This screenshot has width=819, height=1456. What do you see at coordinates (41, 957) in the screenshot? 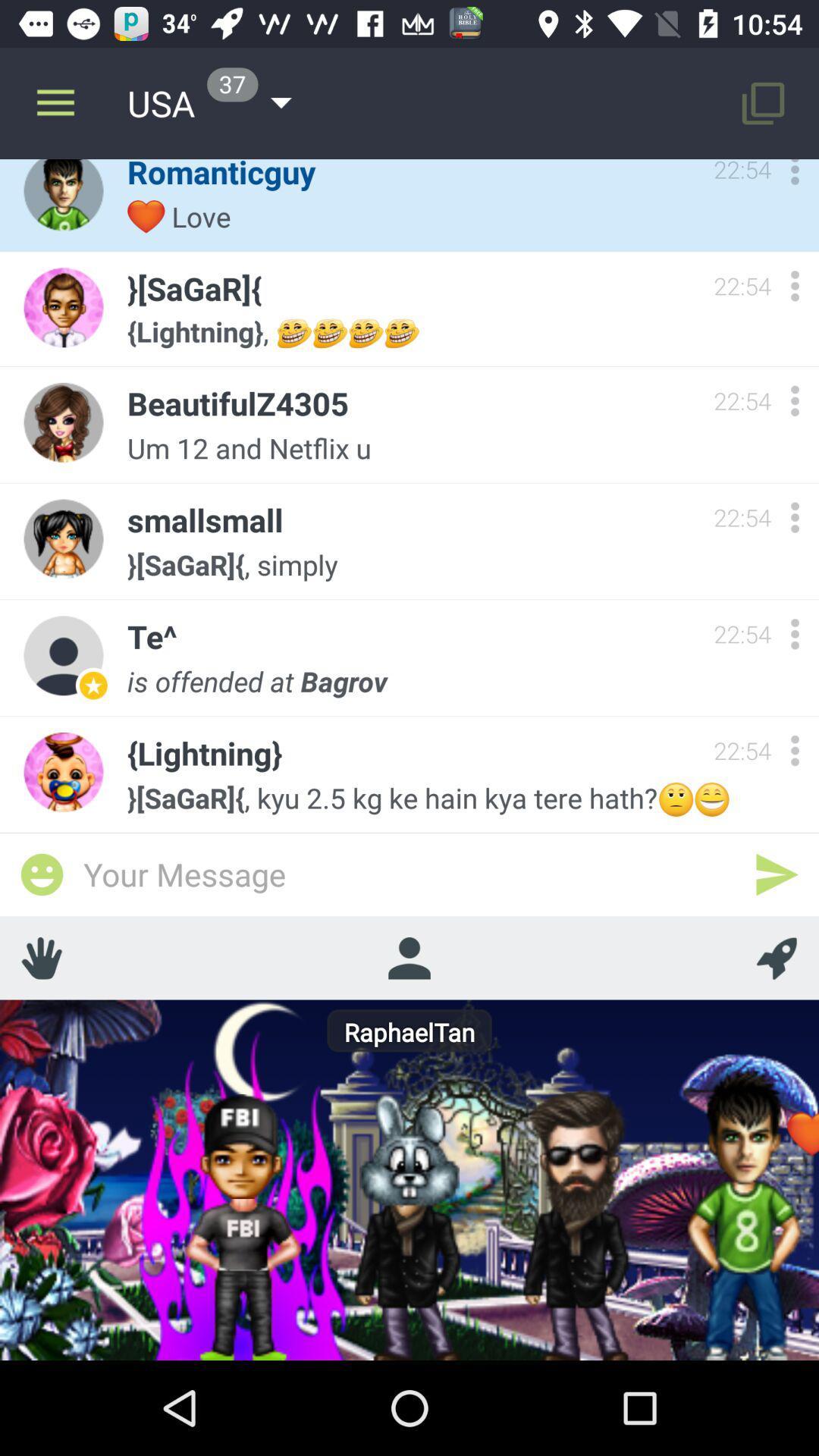
I see `share the article` at bounding box center [41, 957].